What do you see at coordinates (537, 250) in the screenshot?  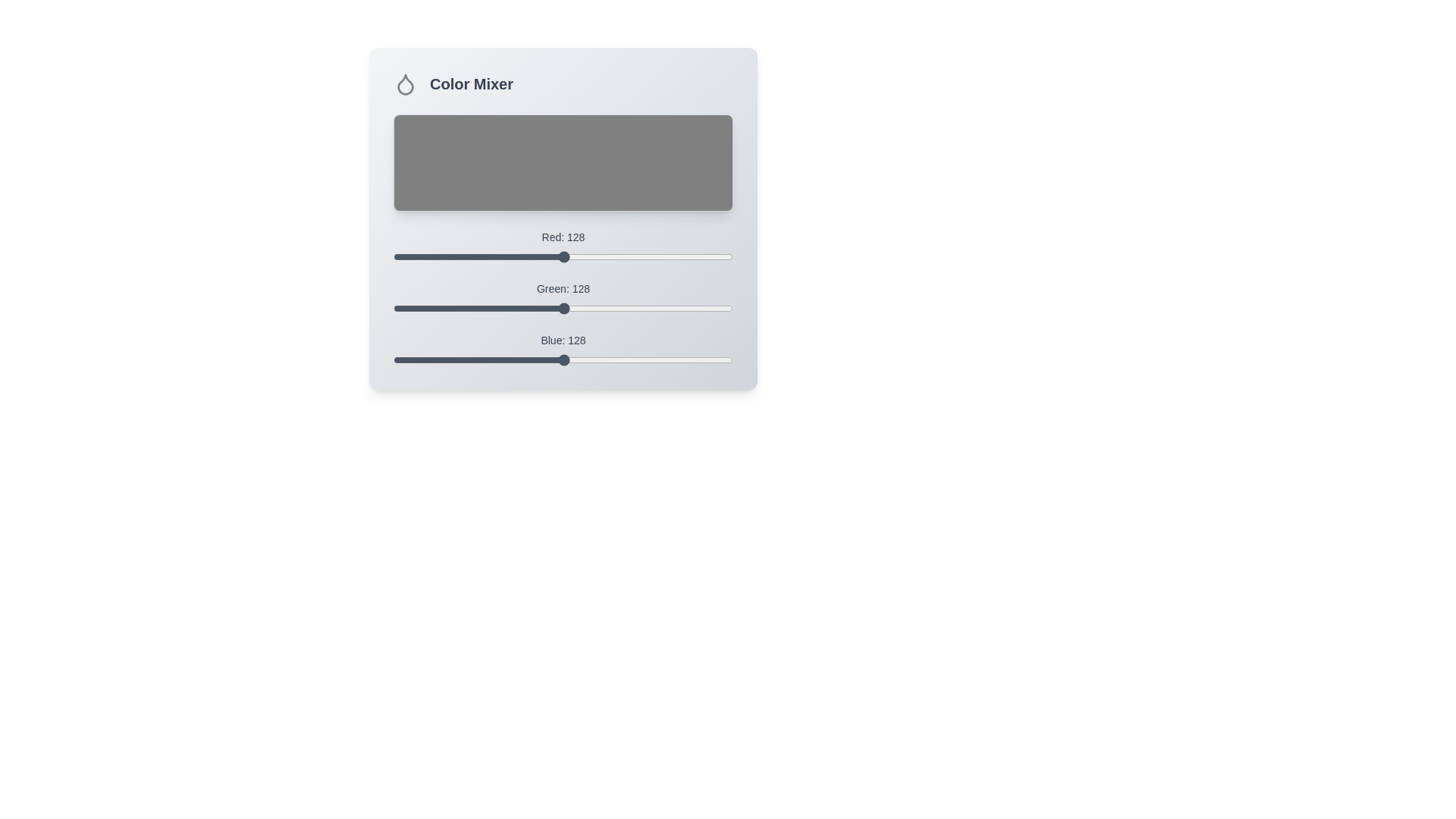 I see `the 0 slider to 108` at bounding box center [537, 250].